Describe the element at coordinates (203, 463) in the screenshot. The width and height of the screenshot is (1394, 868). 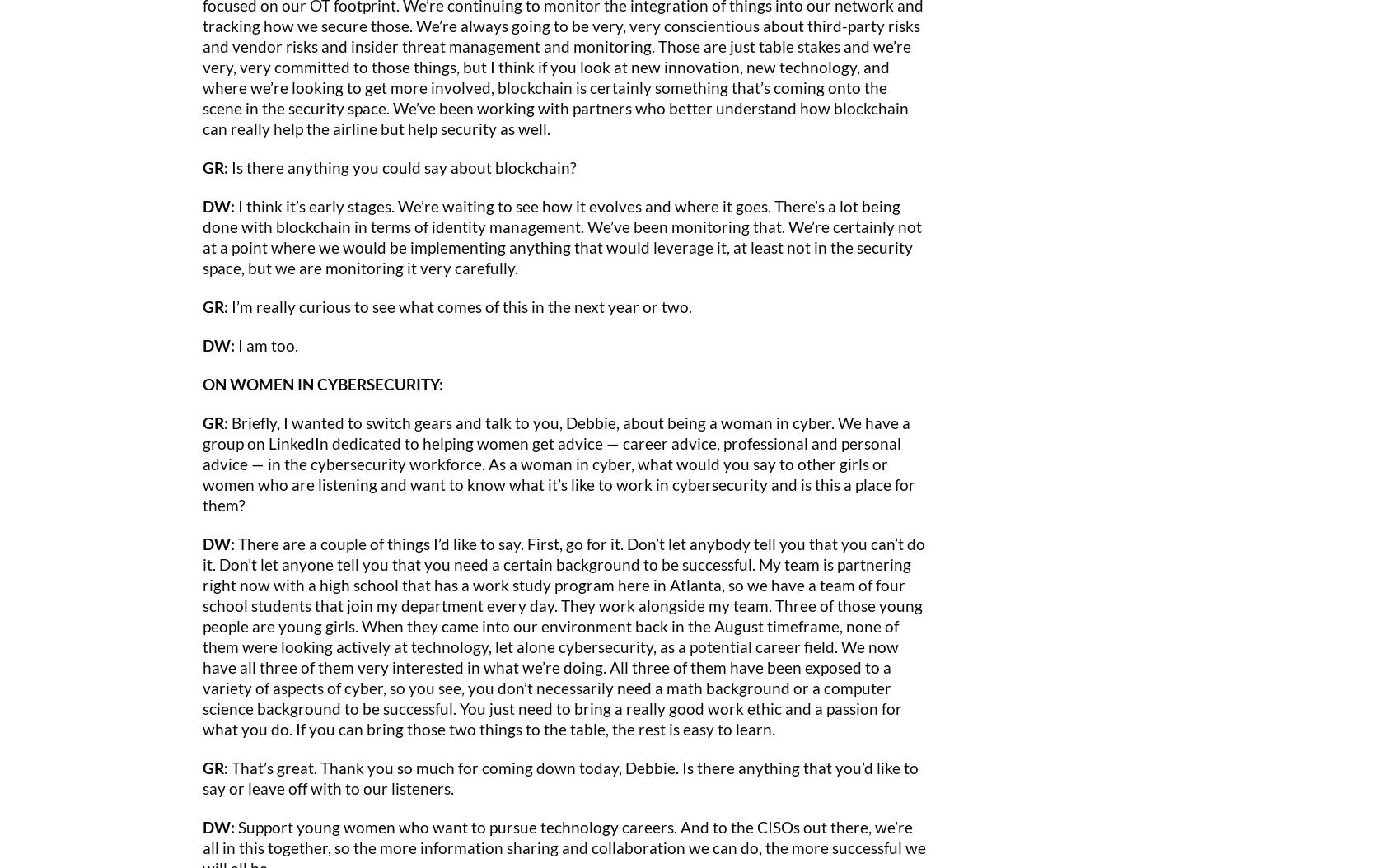
I see `'Briefly, I wanted to switch gears and talk to you, Debbie, about being a woman in cyber. We have a group on LinkedIn dedicated to helping women get advice — career advice, professional and personal advice — in the cybersecurity workforce. As a woman in cyber, what would you say to other girls or women who are listening and want to know what it’s like to work in cybersecurity and is this a place for them?'` at that location.